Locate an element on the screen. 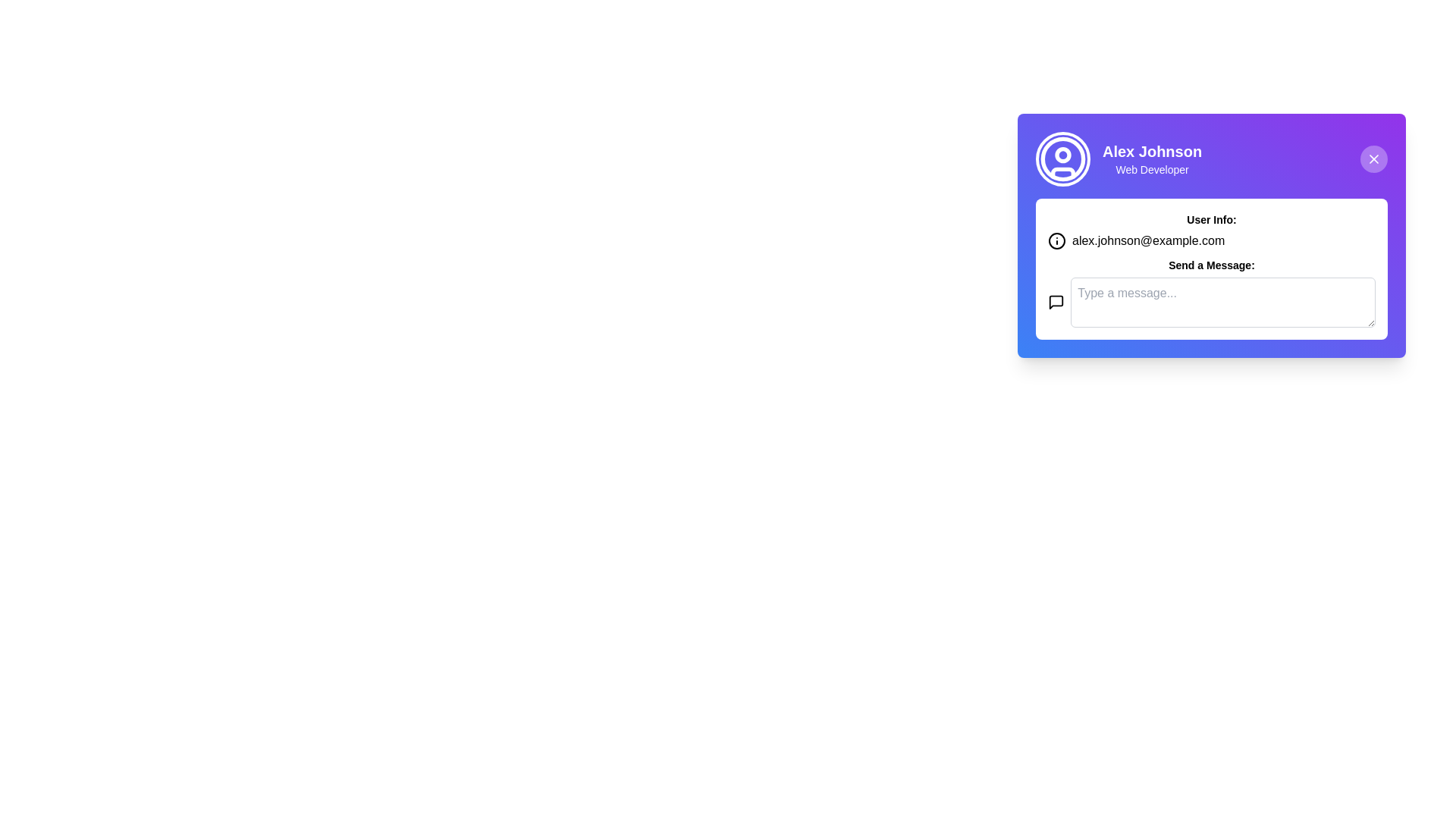  the Information Display element that shows 'User Info: alex.johnson@example.com', which includes an 'i' icon and is located above the 'Send a Message:' section is located at coordinates (1211, 231).